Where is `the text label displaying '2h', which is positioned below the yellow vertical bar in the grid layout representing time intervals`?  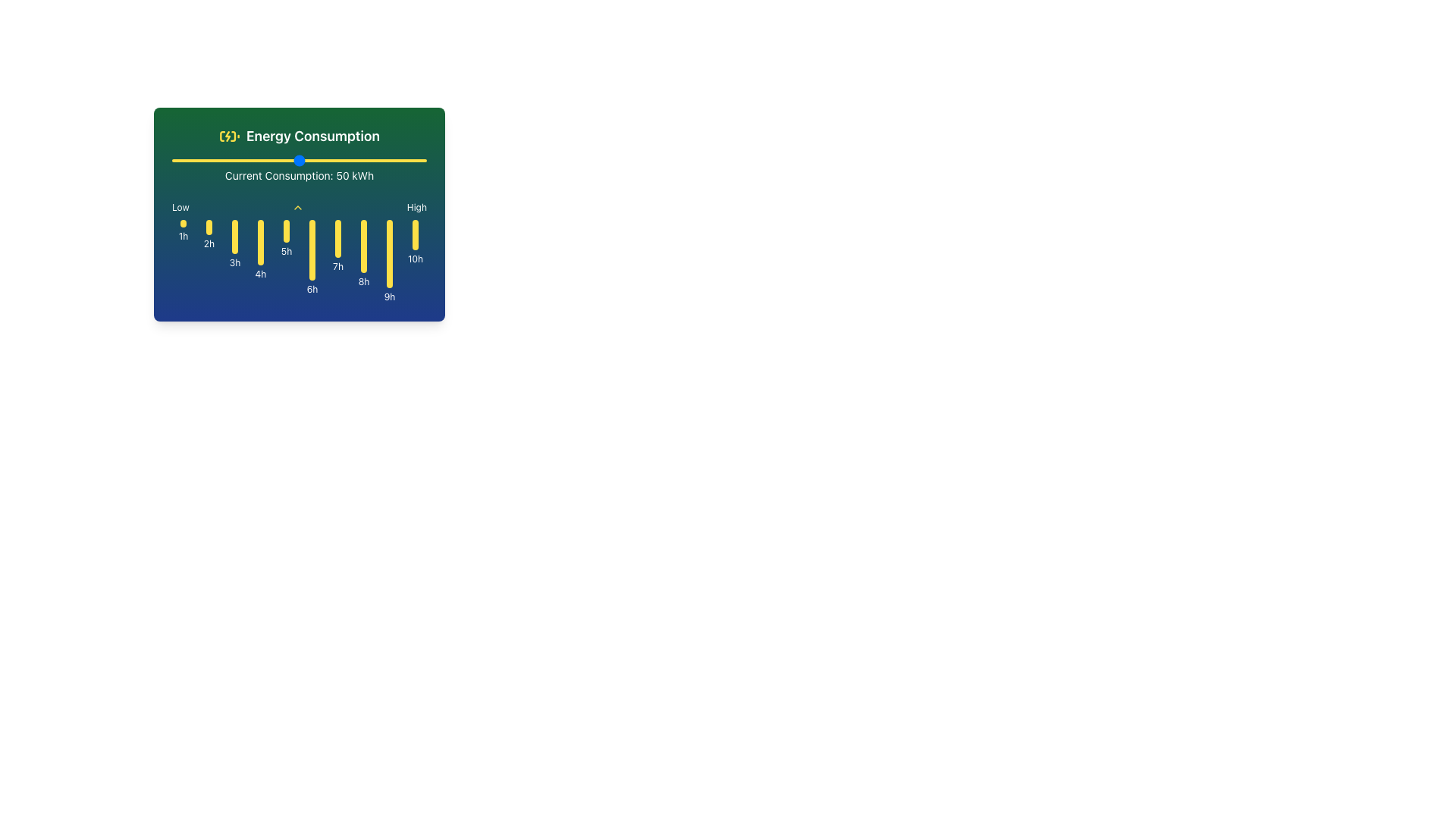
the text label displaying '2h', which is positioned below the yellow vertical bar in the grid layout representing time intervals is located at coordinates (208, 243).